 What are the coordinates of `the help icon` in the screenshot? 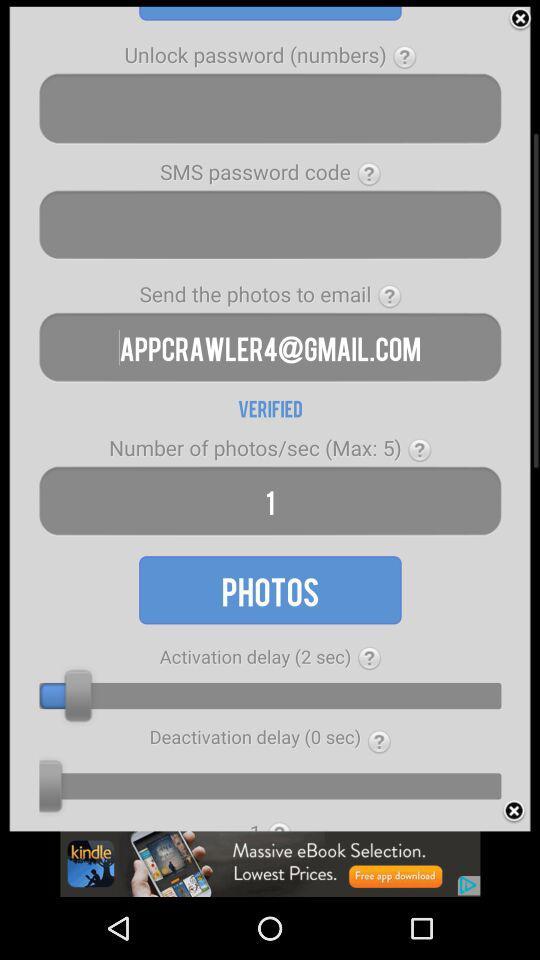 It's located at (368, 704).